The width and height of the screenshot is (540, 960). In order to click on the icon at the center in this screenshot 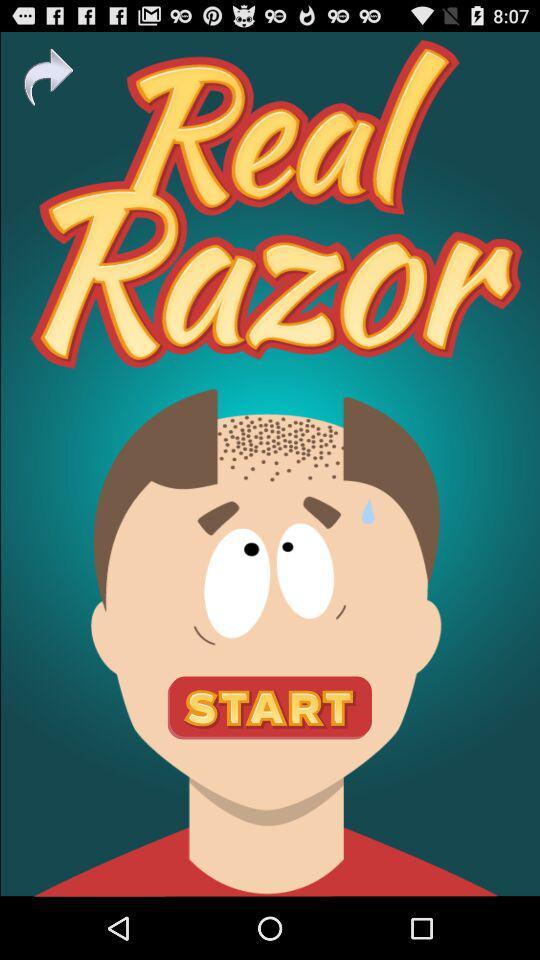, I will do `click(270, 464)`.